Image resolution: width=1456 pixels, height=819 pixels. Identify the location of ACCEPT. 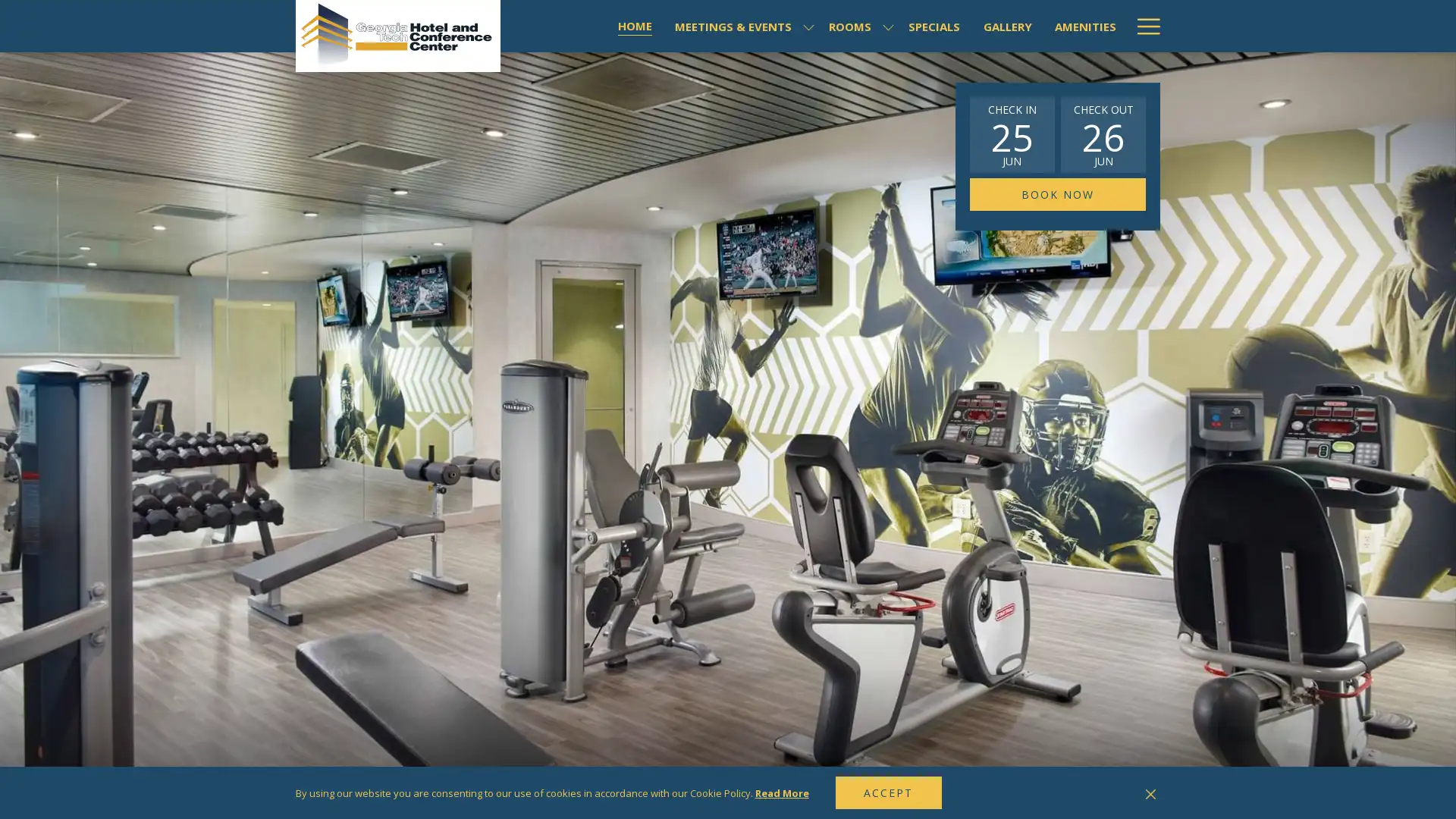
(888, 792).